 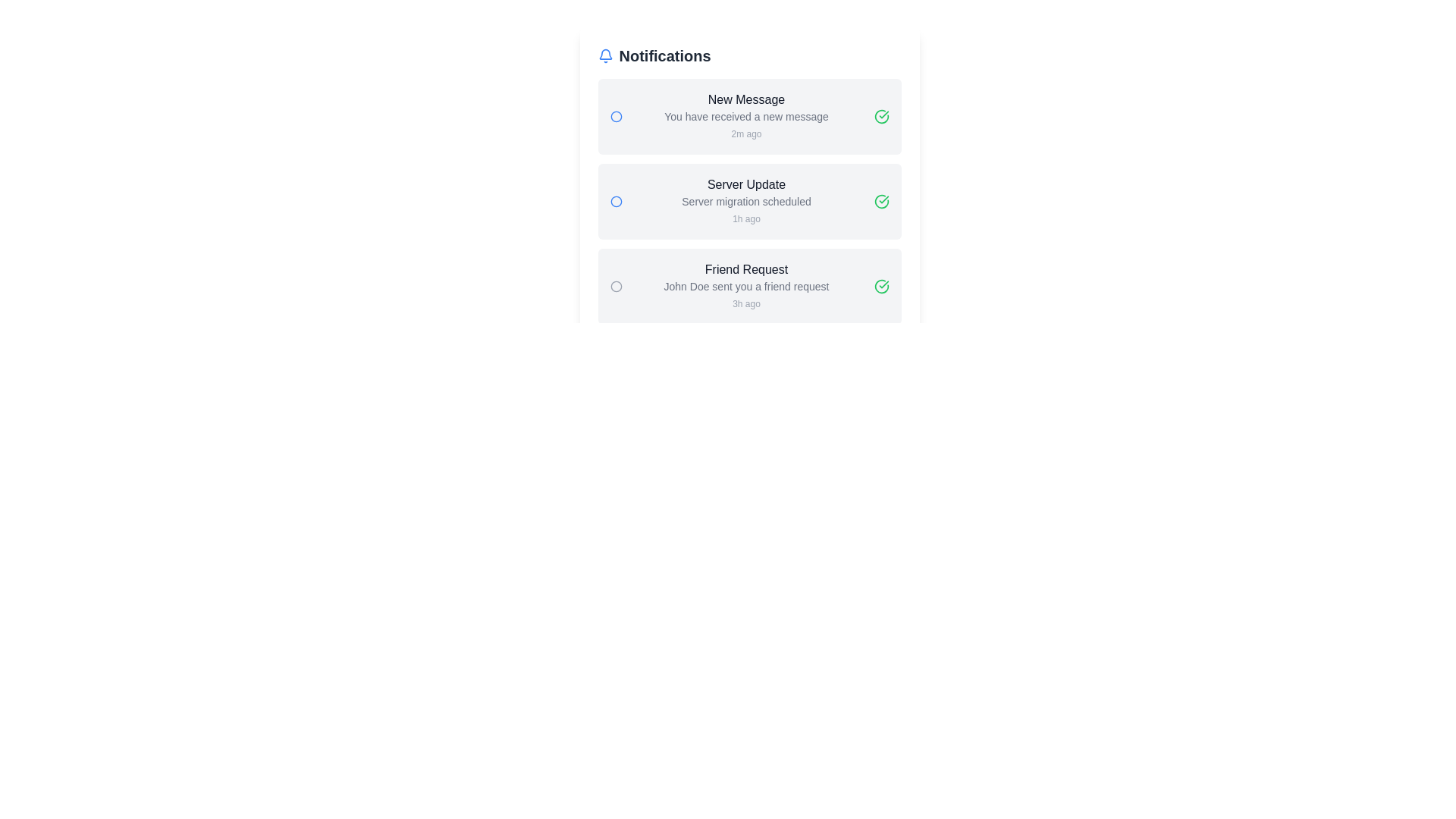 What do you see at coordinates (881, 287) in the screenshot?
I see `the confirmation icon button for the friend request notification associated with 'John Doe'` at bounding box center [881, 287].